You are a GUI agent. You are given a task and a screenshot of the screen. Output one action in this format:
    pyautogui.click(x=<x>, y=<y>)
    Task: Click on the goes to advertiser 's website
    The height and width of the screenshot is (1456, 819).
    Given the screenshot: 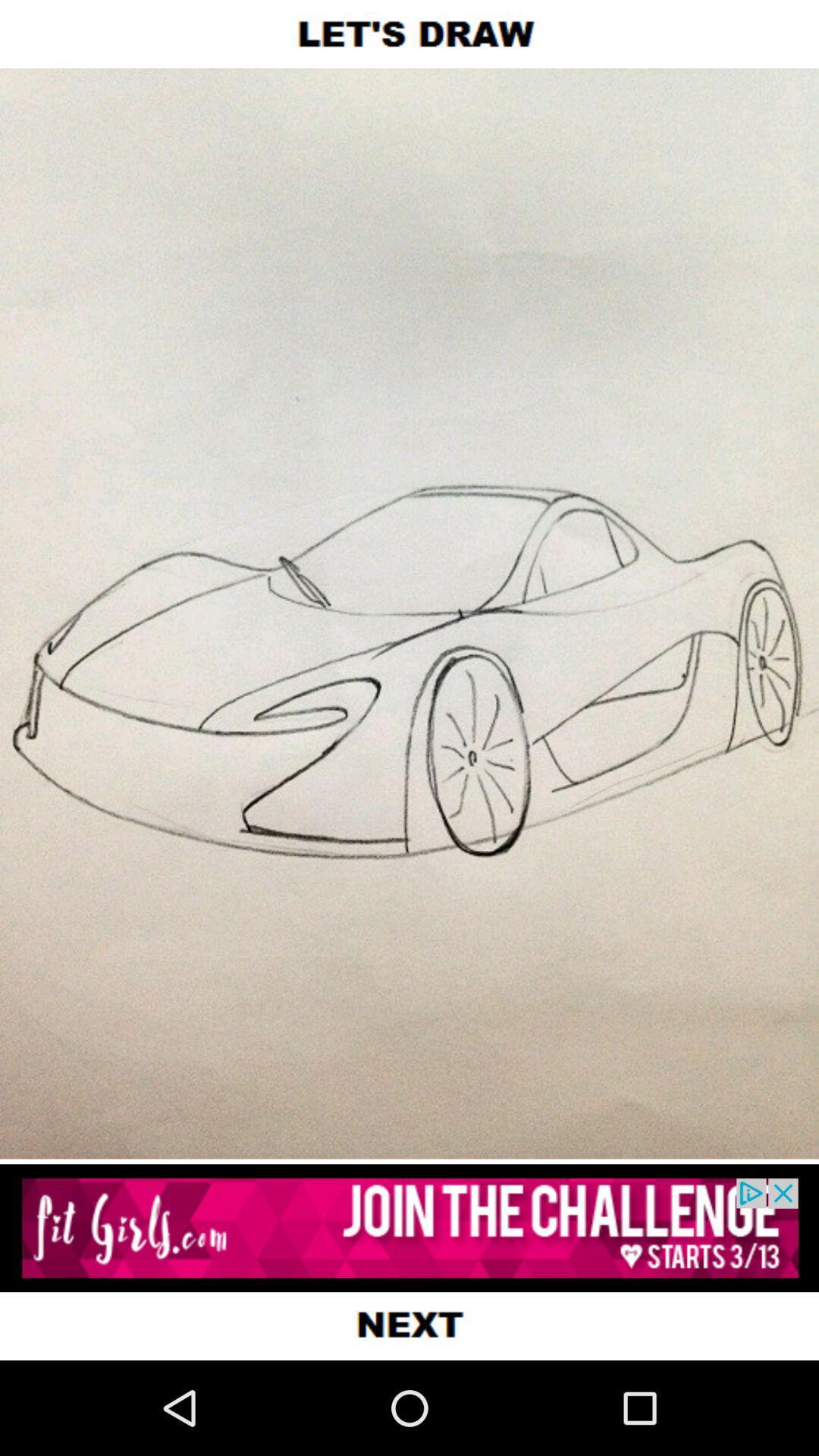 What is the action you would take?
    pyautogui.click(x=409, y=1228)
    